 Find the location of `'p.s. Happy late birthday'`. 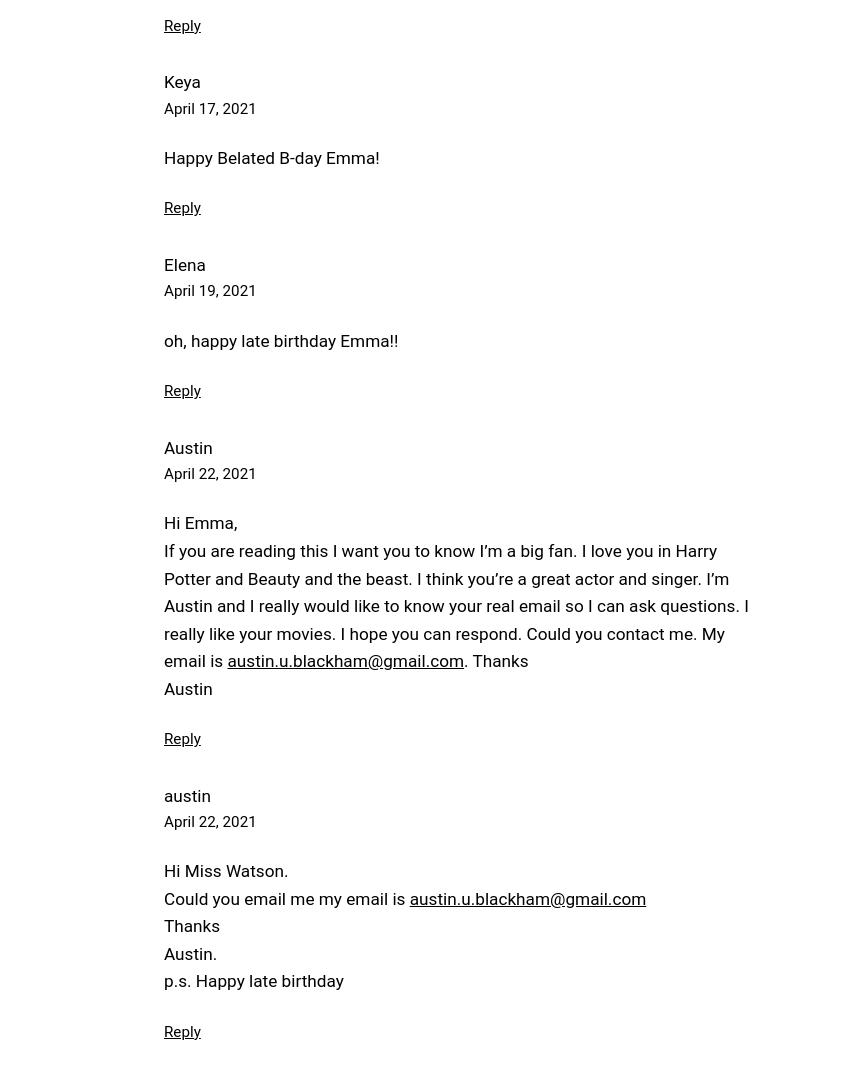

'p.s. Happy late birthday' is located at coordinates (253, 979).